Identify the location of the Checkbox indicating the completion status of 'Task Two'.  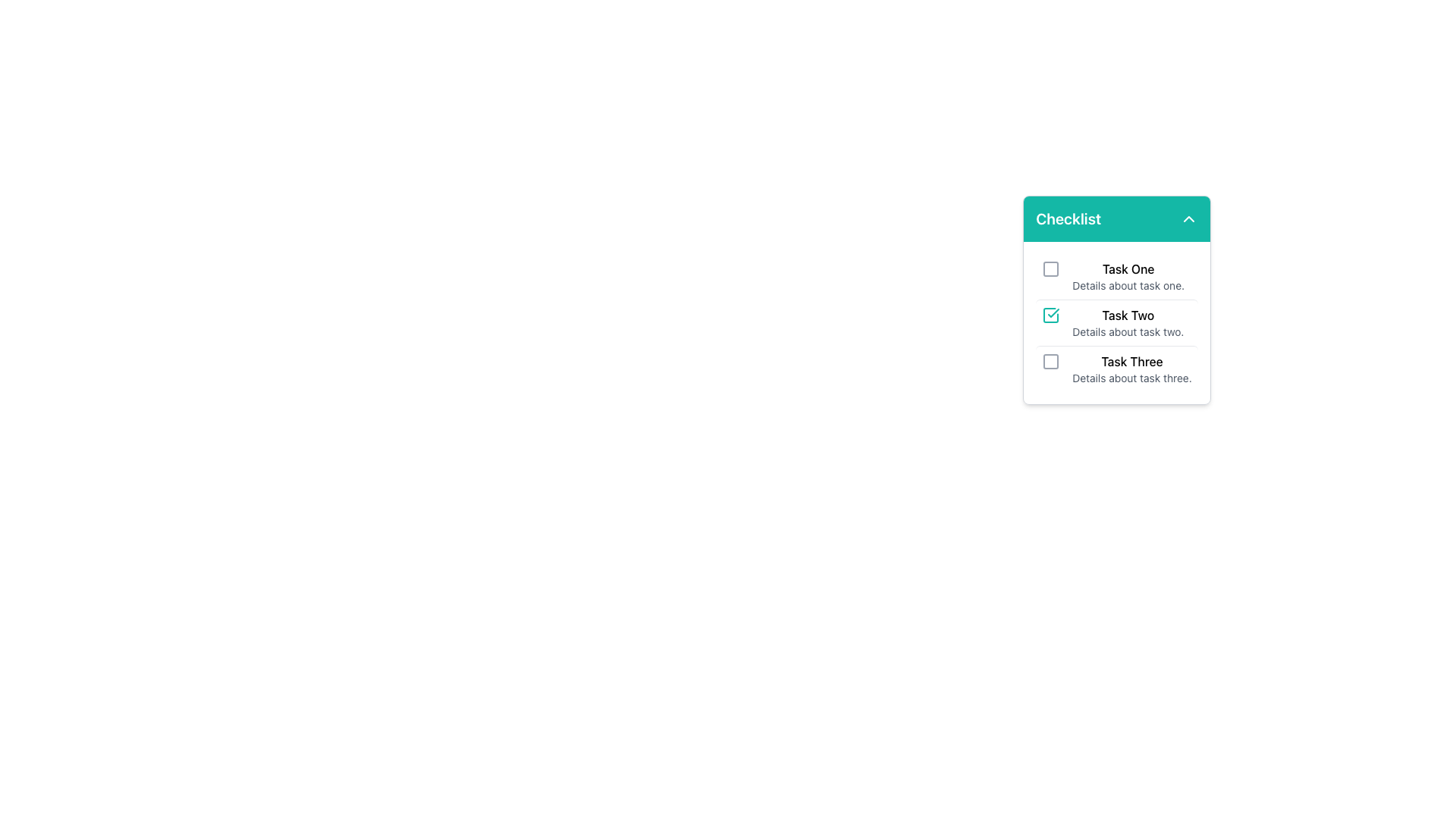
(1050, 315).